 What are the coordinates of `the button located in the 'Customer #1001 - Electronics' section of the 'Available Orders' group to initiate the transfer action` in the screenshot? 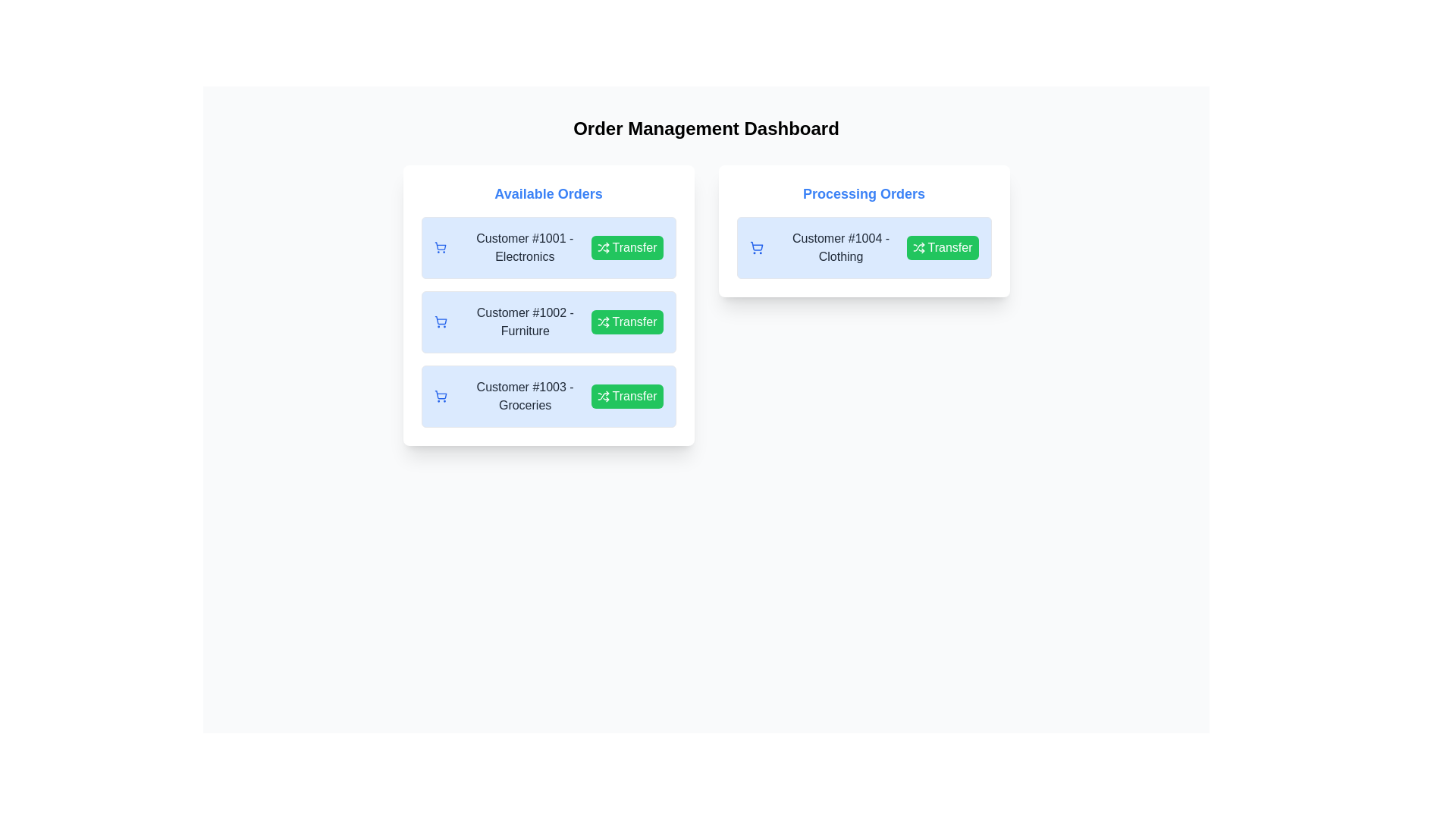 It's located at (626, 247).